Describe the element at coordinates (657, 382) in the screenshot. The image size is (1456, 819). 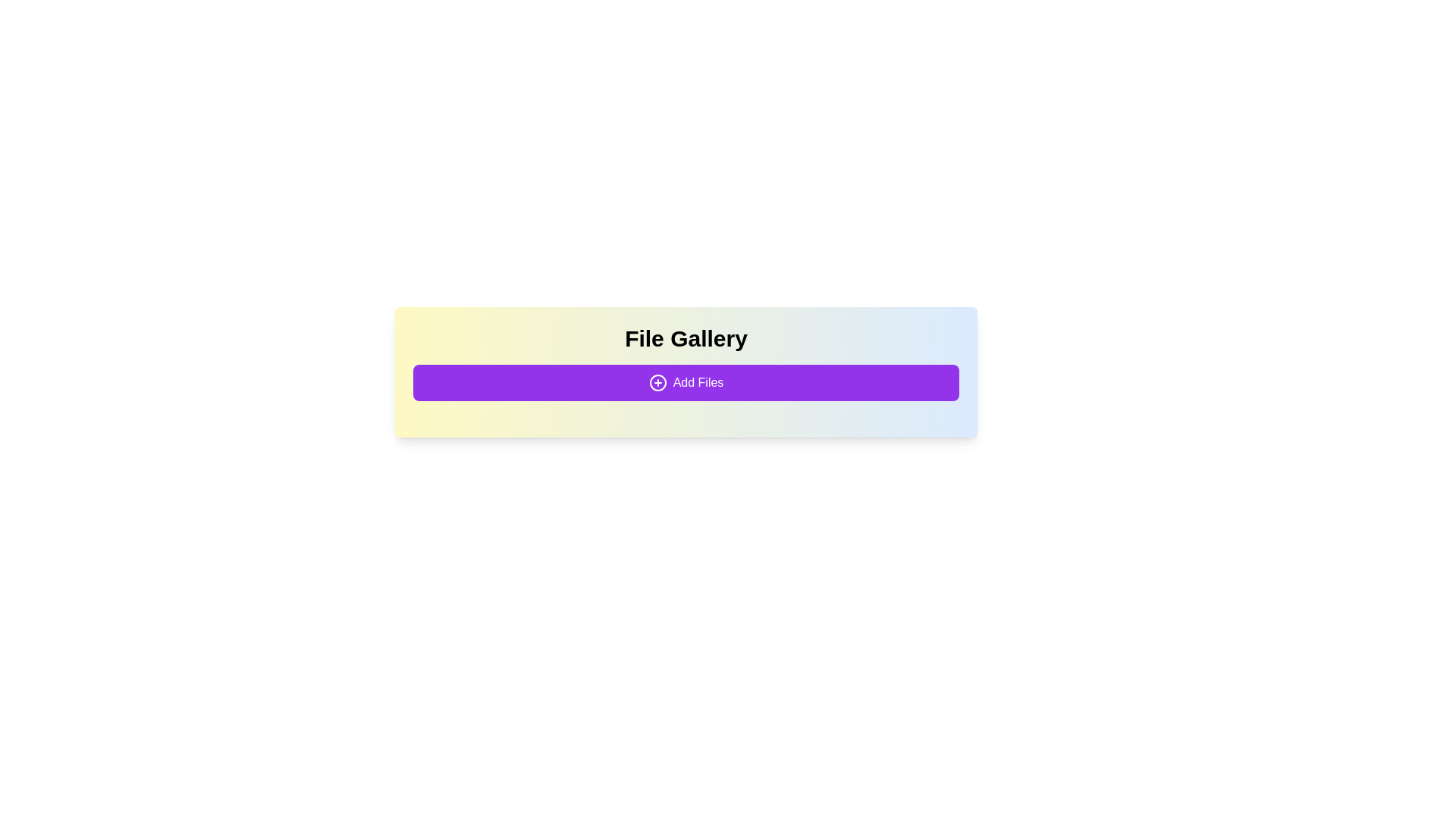
I see `the icon that indicates the ability` at that location.